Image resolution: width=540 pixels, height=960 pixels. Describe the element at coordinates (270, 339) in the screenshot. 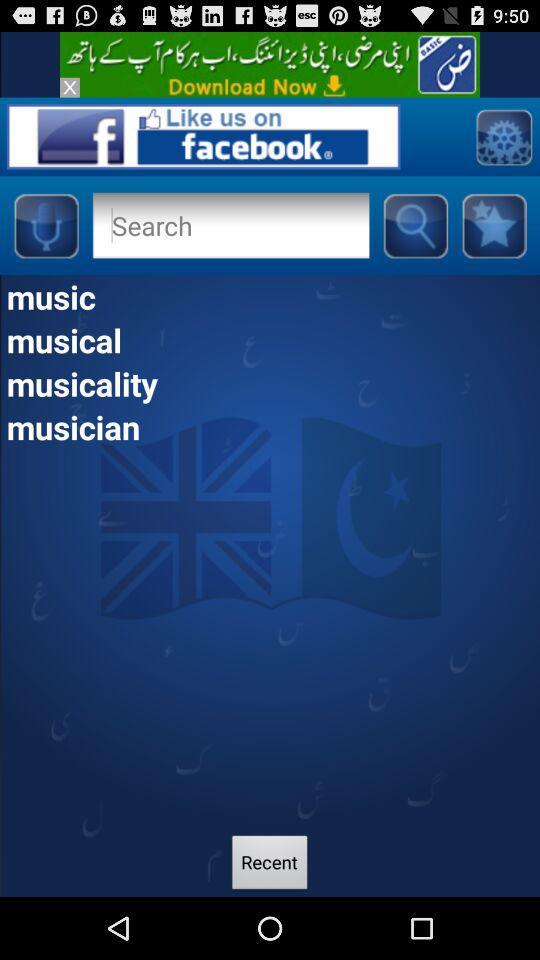

I see `musical app` at that location.